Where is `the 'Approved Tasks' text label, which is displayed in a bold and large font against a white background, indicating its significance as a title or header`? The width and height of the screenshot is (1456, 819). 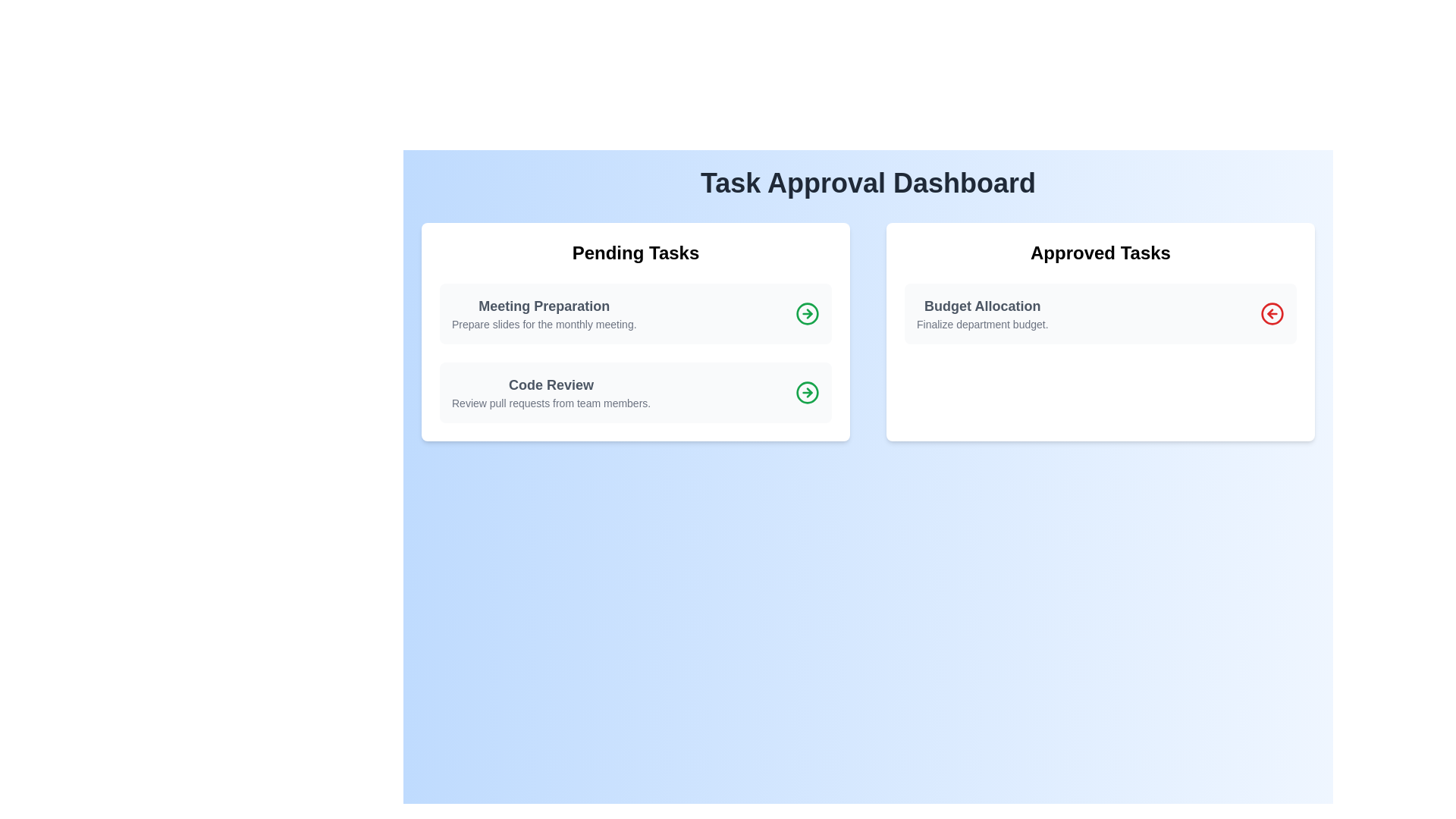 the 'Approved Tasks' text label, which is displayed in a bold and large font against a white background, indicating its significance as a title or header is located at coordinates (1100, 253).